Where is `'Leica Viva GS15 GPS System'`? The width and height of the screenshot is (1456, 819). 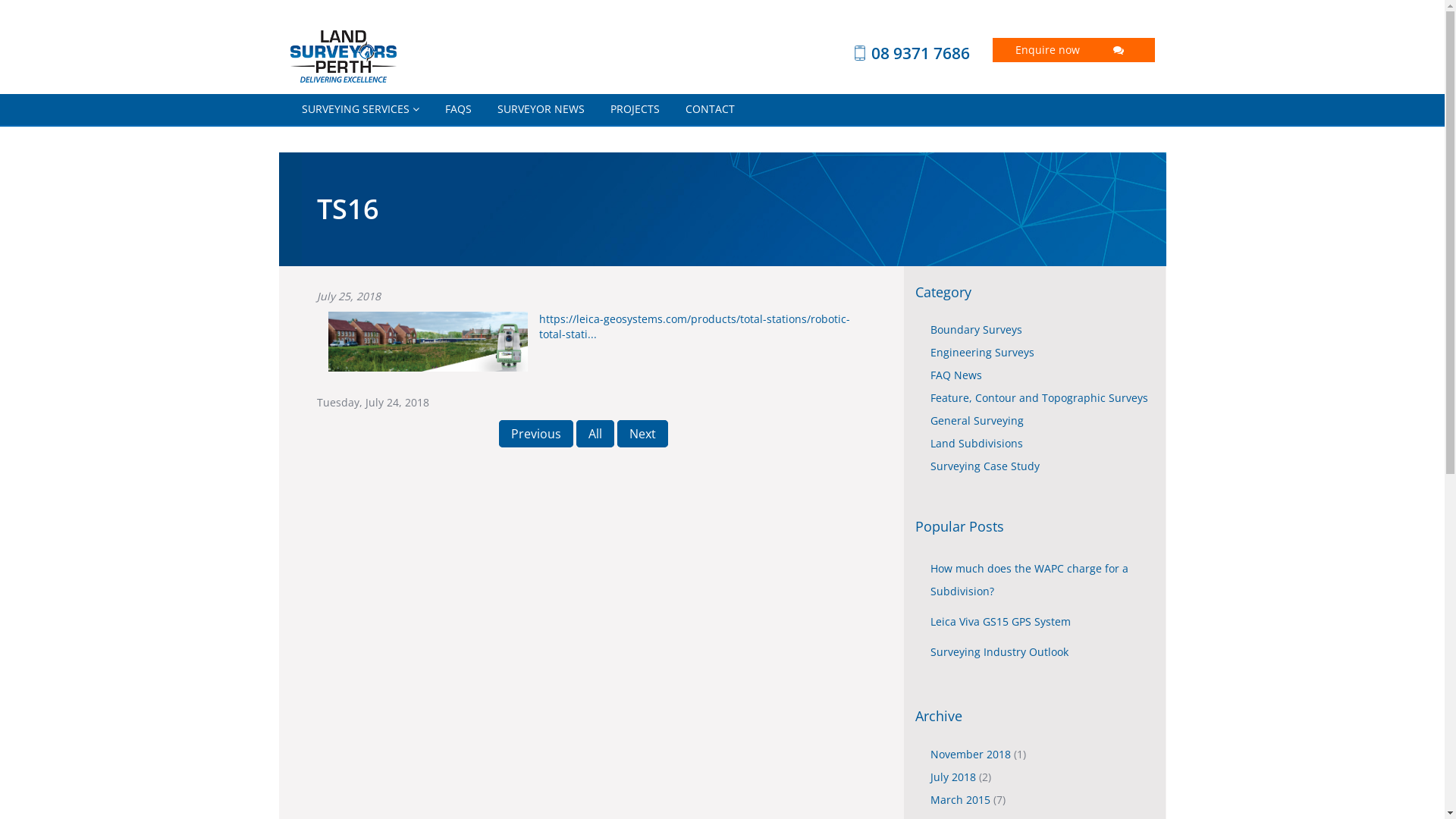 'Leica Viva GS15 GPS System' is located at coordinates (1000, 621).